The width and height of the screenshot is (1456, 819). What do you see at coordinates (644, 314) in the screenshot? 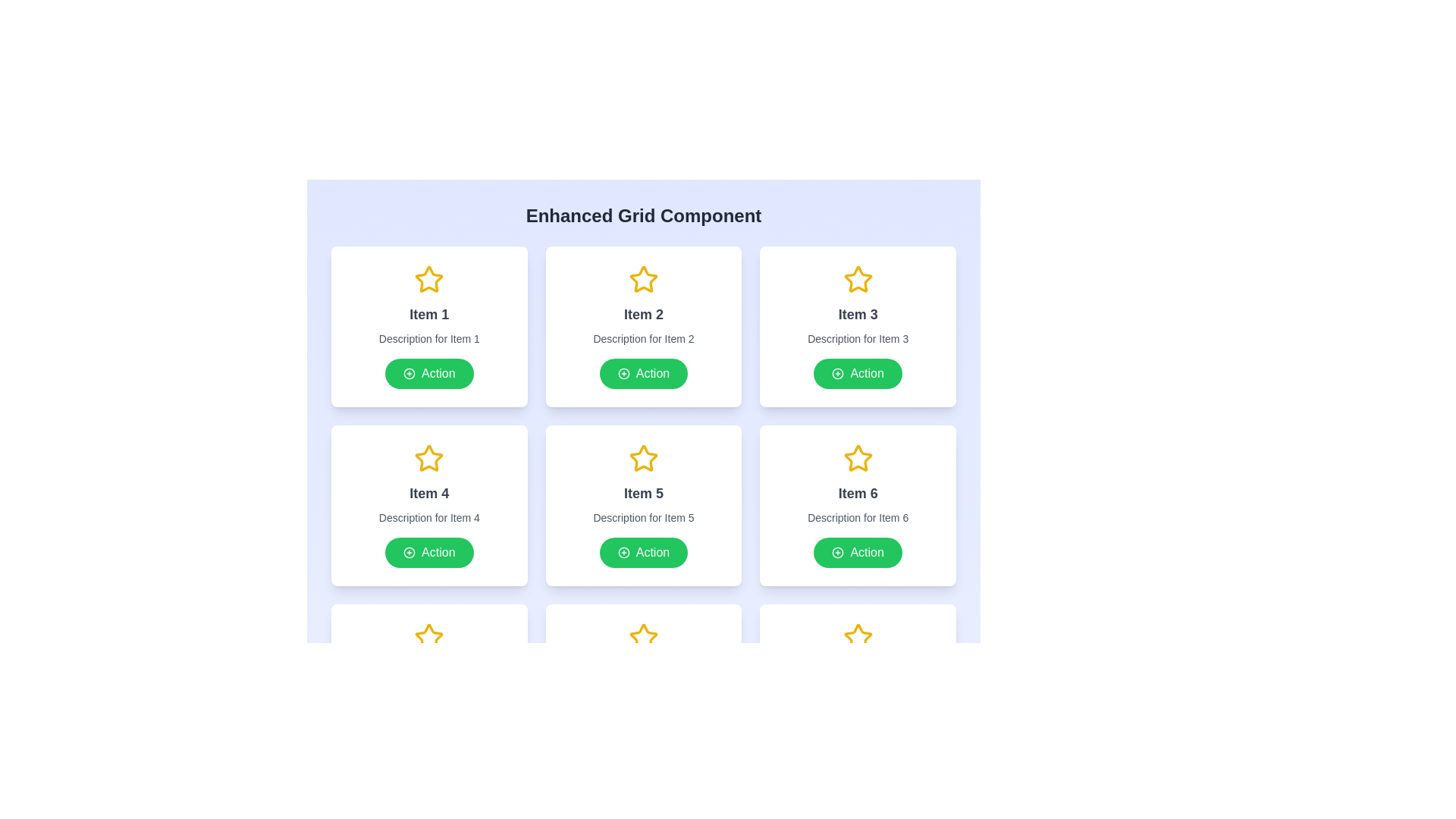
I see `the 'Item 2' text label, which is a bold label located in the second card of the first row in a grid layout, positioned below a yellow star icon` at bounding box center [644, 314].